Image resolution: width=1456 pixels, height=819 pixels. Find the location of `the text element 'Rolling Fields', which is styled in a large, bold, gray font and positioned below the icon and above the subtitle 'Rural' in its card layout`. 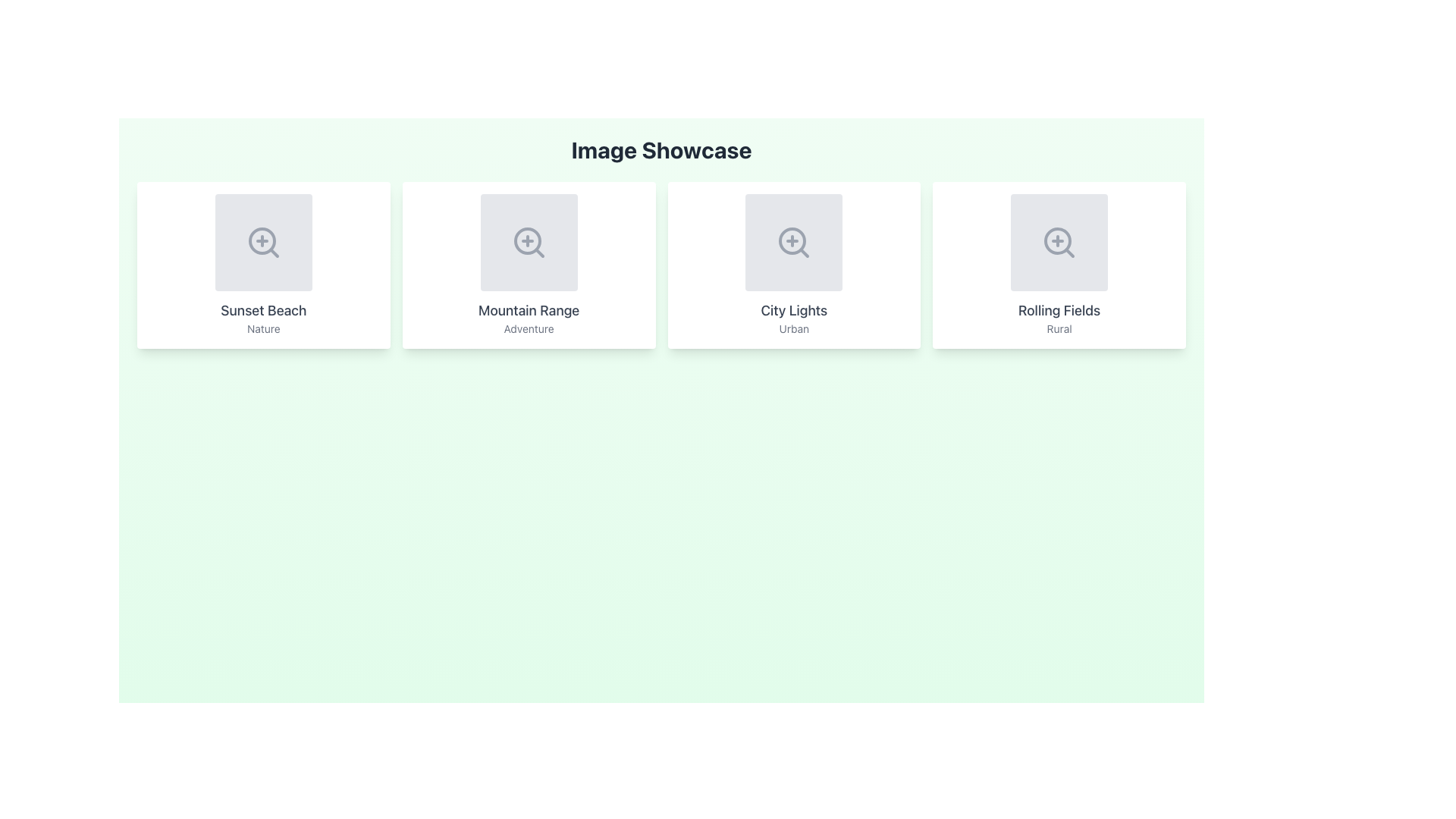

the text element 'Rolling Fields', which is styled in a large, bold, gray font and positioned below the icon and above the subtitle 'Rural' in its card layout is located at coordinates (1059, 309).